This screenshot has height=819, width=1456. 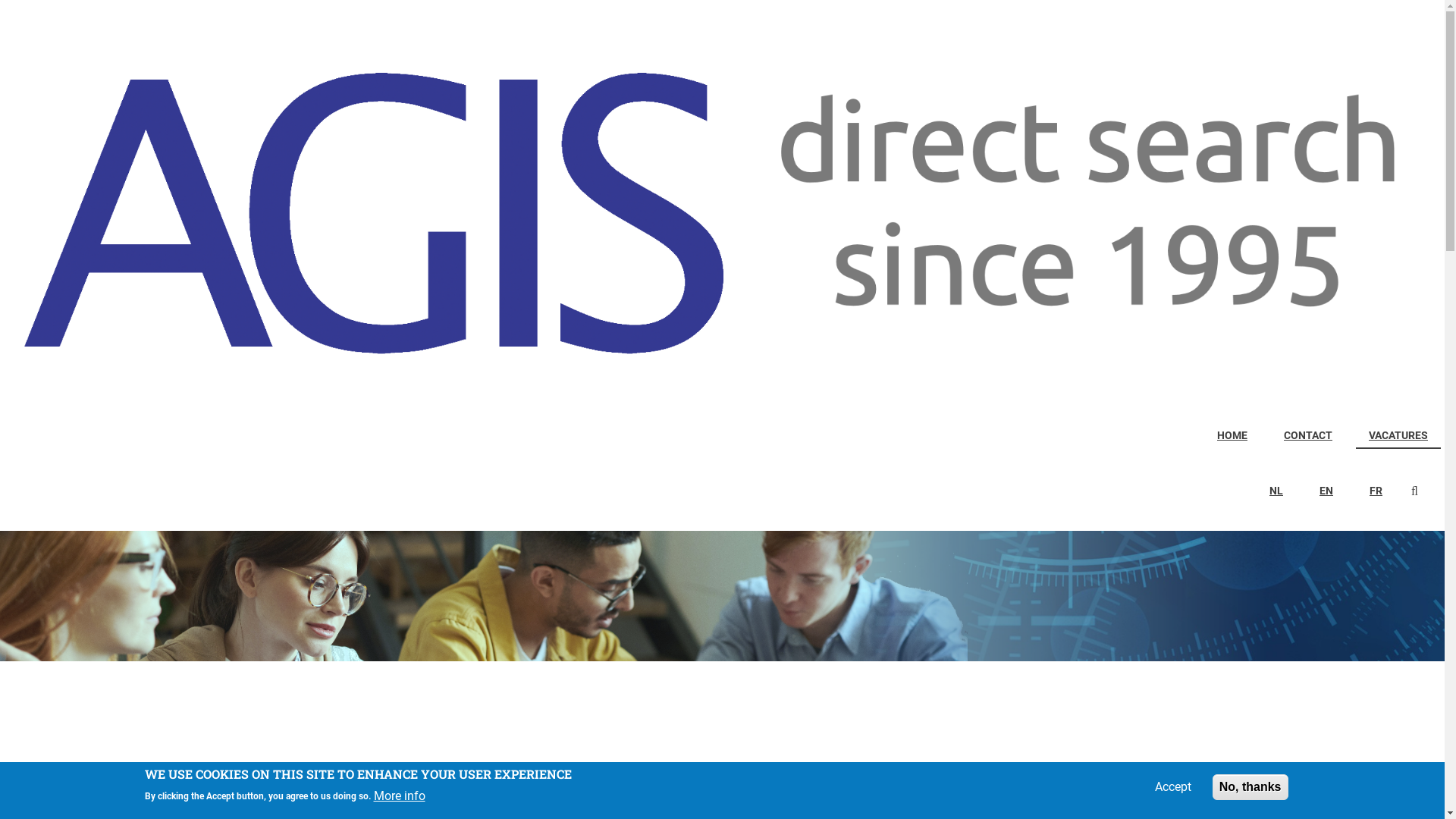 What do you see at coordinates (1307, 436) in the screenshot?
I see `'CONTACT'` at bounding box center [1307, 436].